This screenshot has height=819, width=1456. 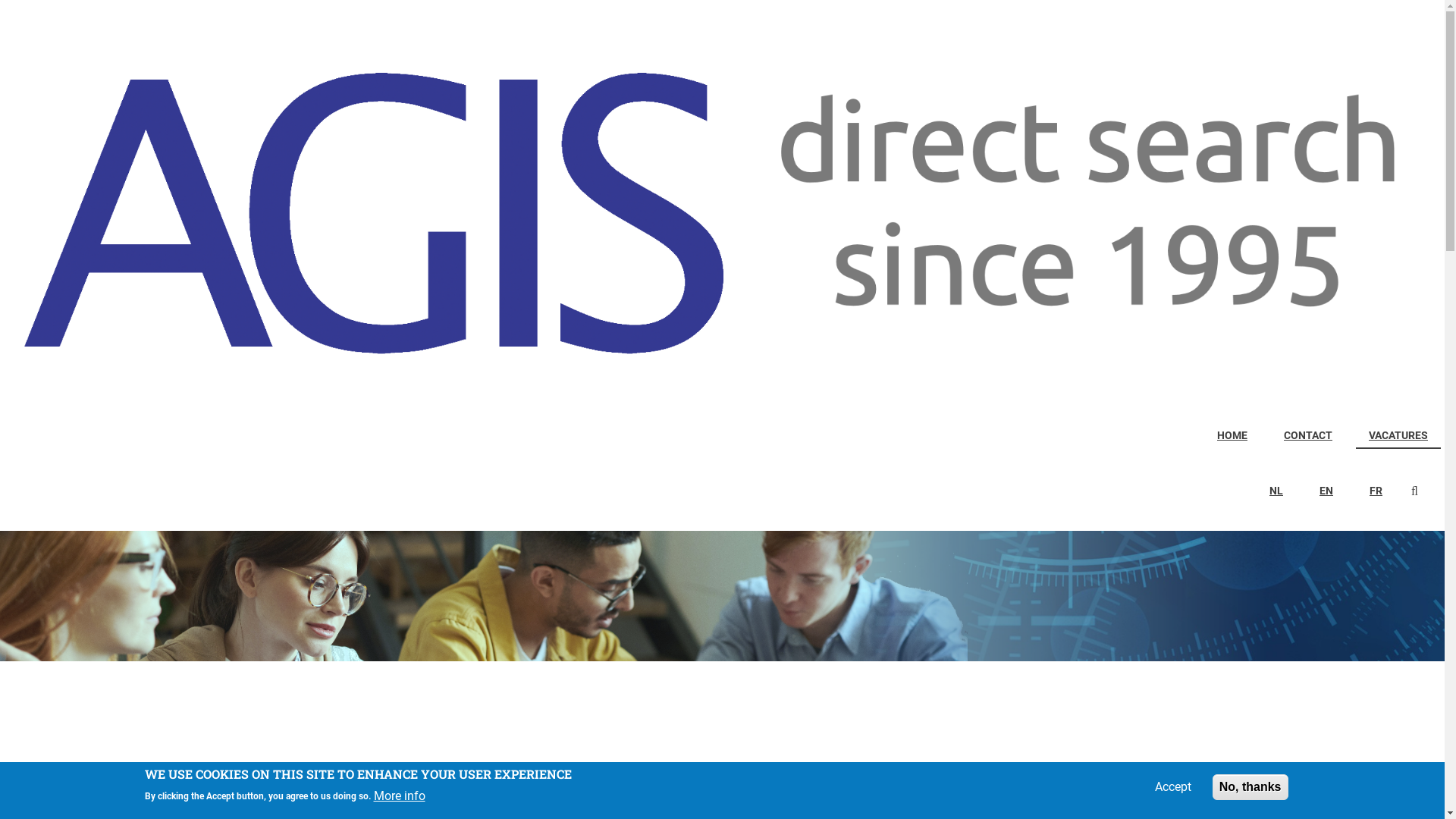 What do you see at coordinates (1307, 436) in the screenshot?
I see `'CONTACT'` at bounding box center [1307, 436].